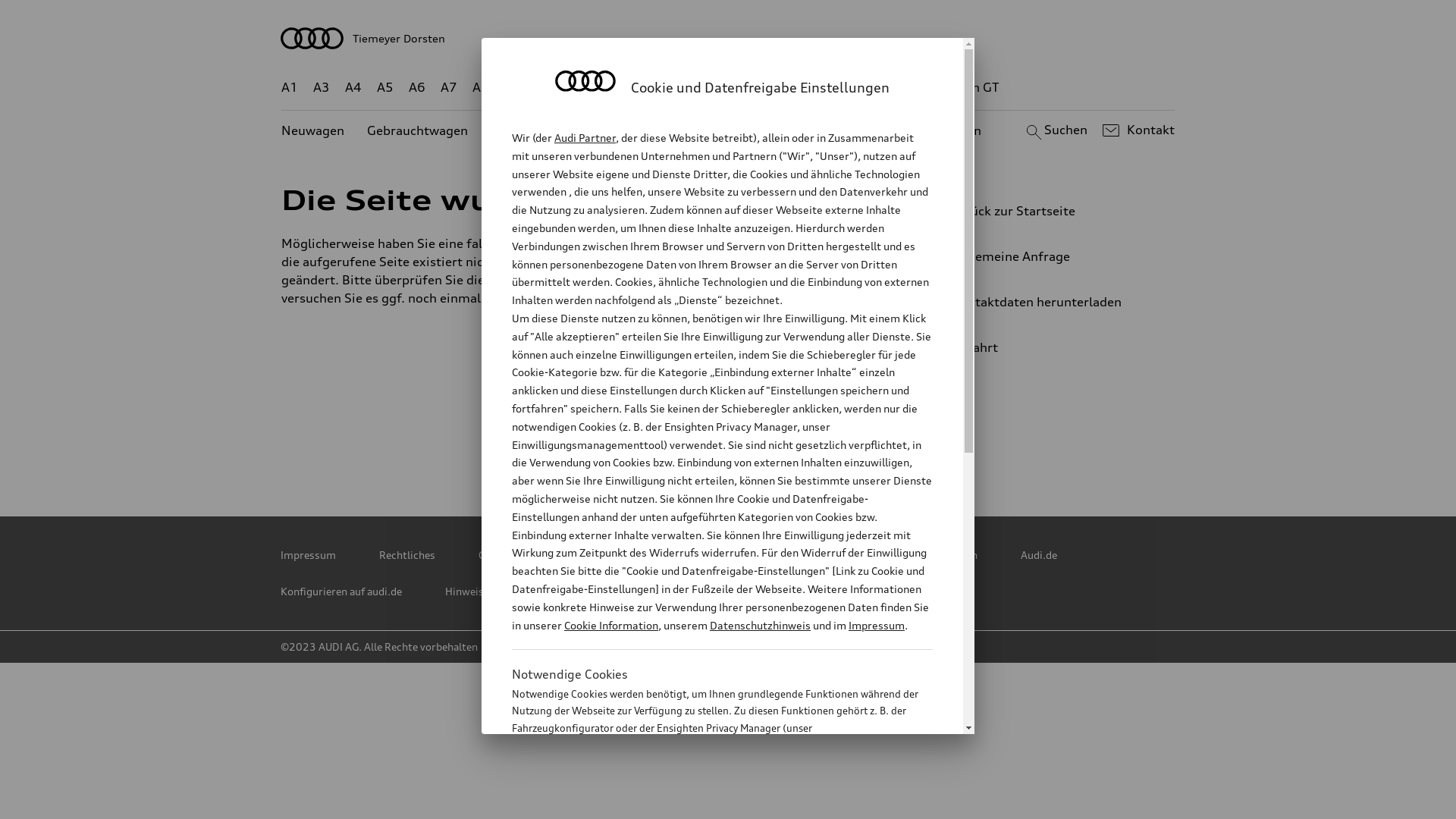 Image resolution: width=1456 pixels, height=819 pixels. Describe the element at coordinates (290, 87) in the screenshot. I see `'A1'` at that location.